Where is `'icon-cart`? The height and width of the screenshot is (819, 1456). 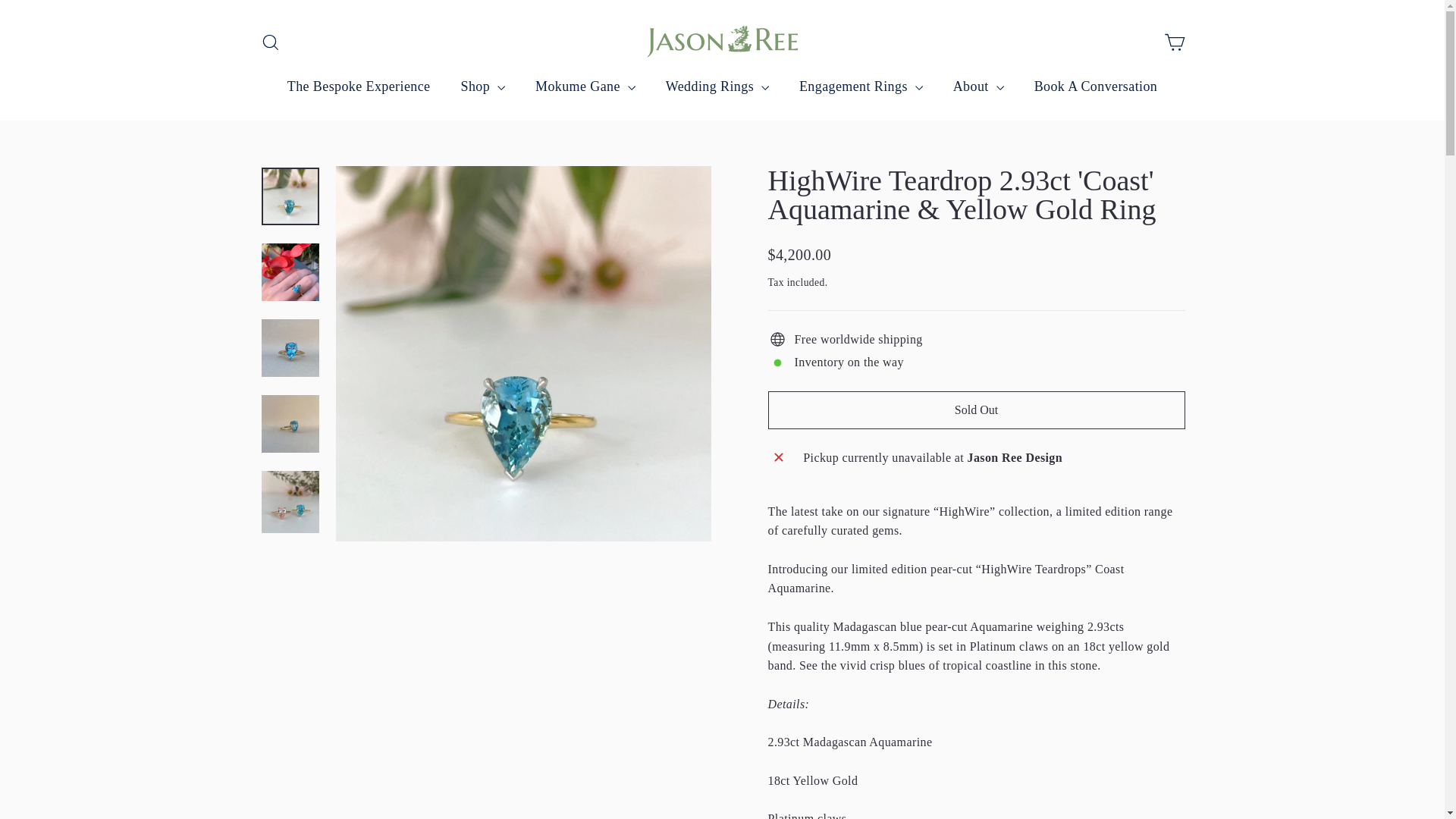
'icon-cart is located at coordinates (1173, 40).